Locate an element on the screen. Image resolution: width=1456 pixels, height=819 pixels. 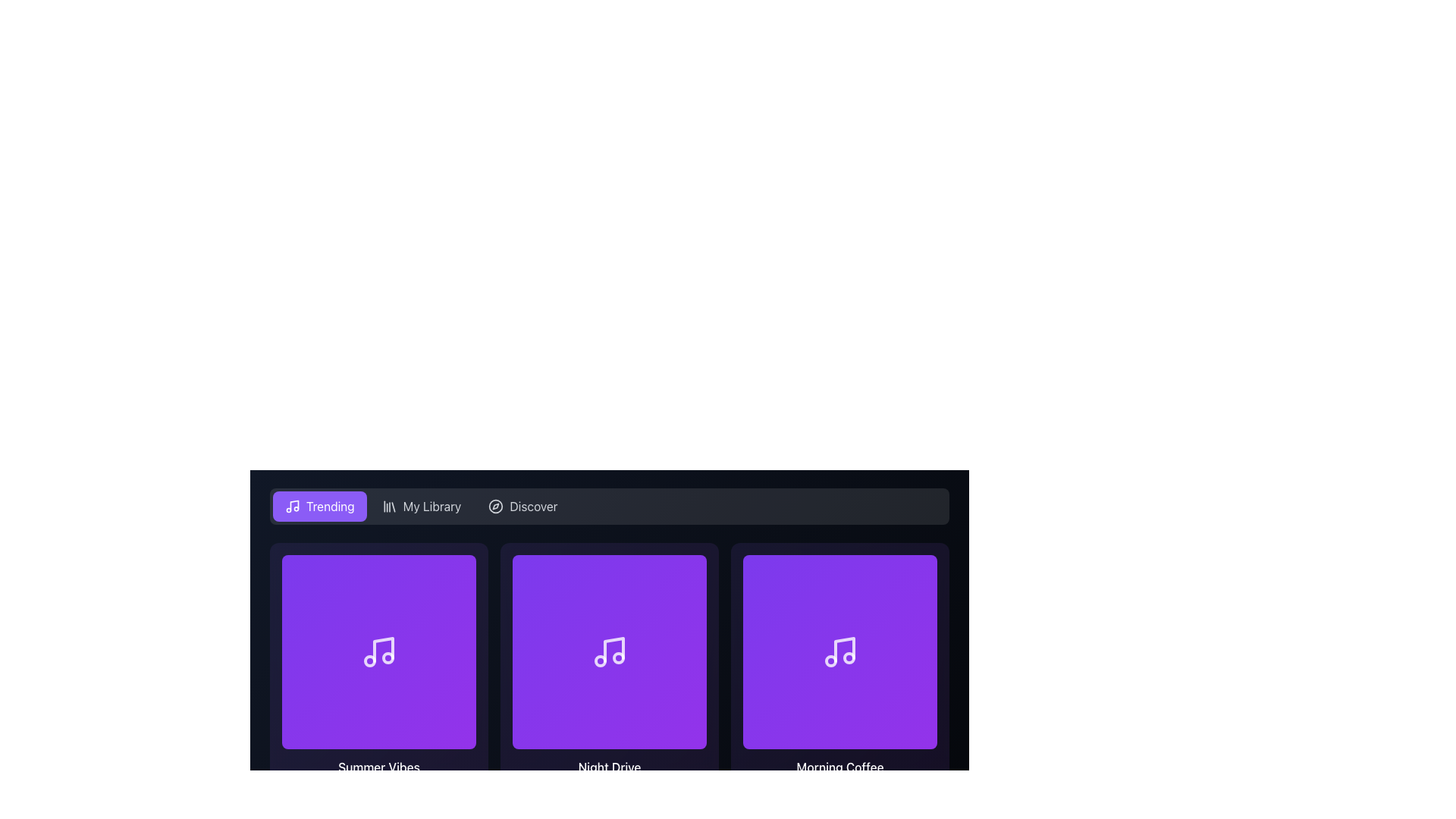
the 'Discover' text label located within the horizontal navigation bar is located at coordinates (533, 506).